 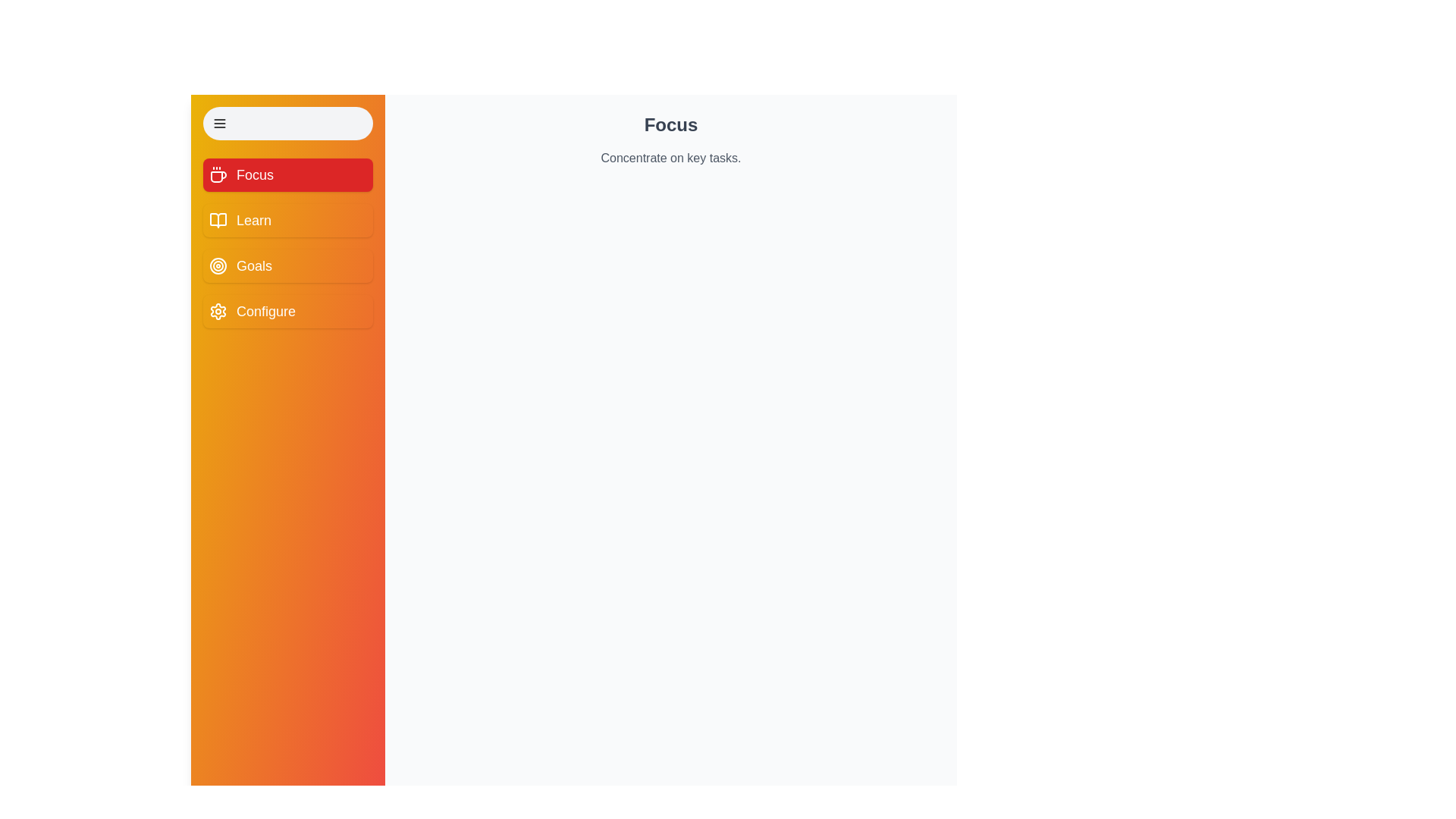 I want to click on the menu item Focus to display its content, so click(x=287, y=174).